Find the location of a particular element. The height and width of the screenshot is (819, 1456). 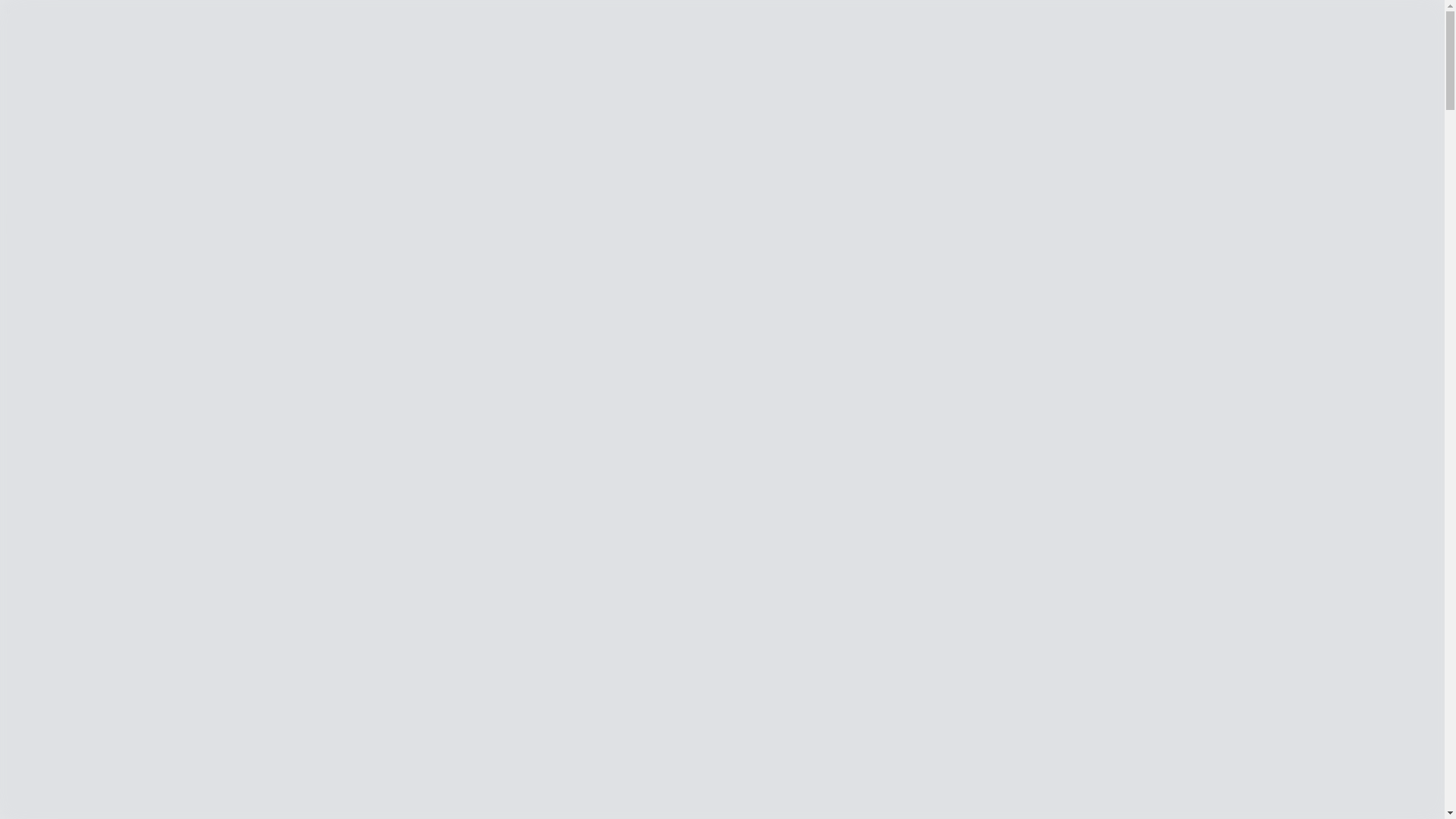

'Food' is located at coordinates (78, 465).